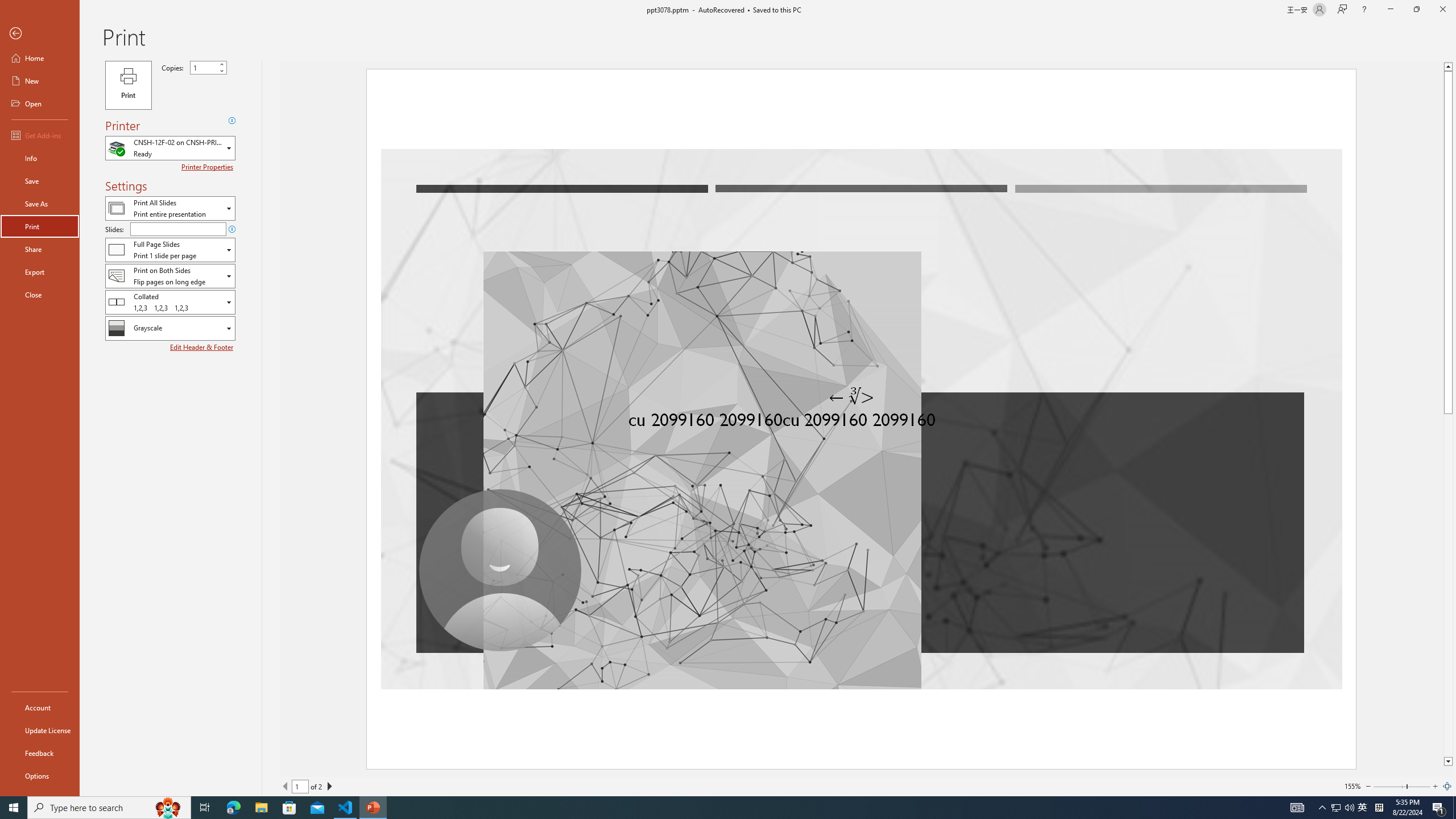 The height and width of the screenshot is (819, 1456). What do you see at coordinates (39, 272) in the screenshot?
I see `'Export'` at bounding box center [39, 272].